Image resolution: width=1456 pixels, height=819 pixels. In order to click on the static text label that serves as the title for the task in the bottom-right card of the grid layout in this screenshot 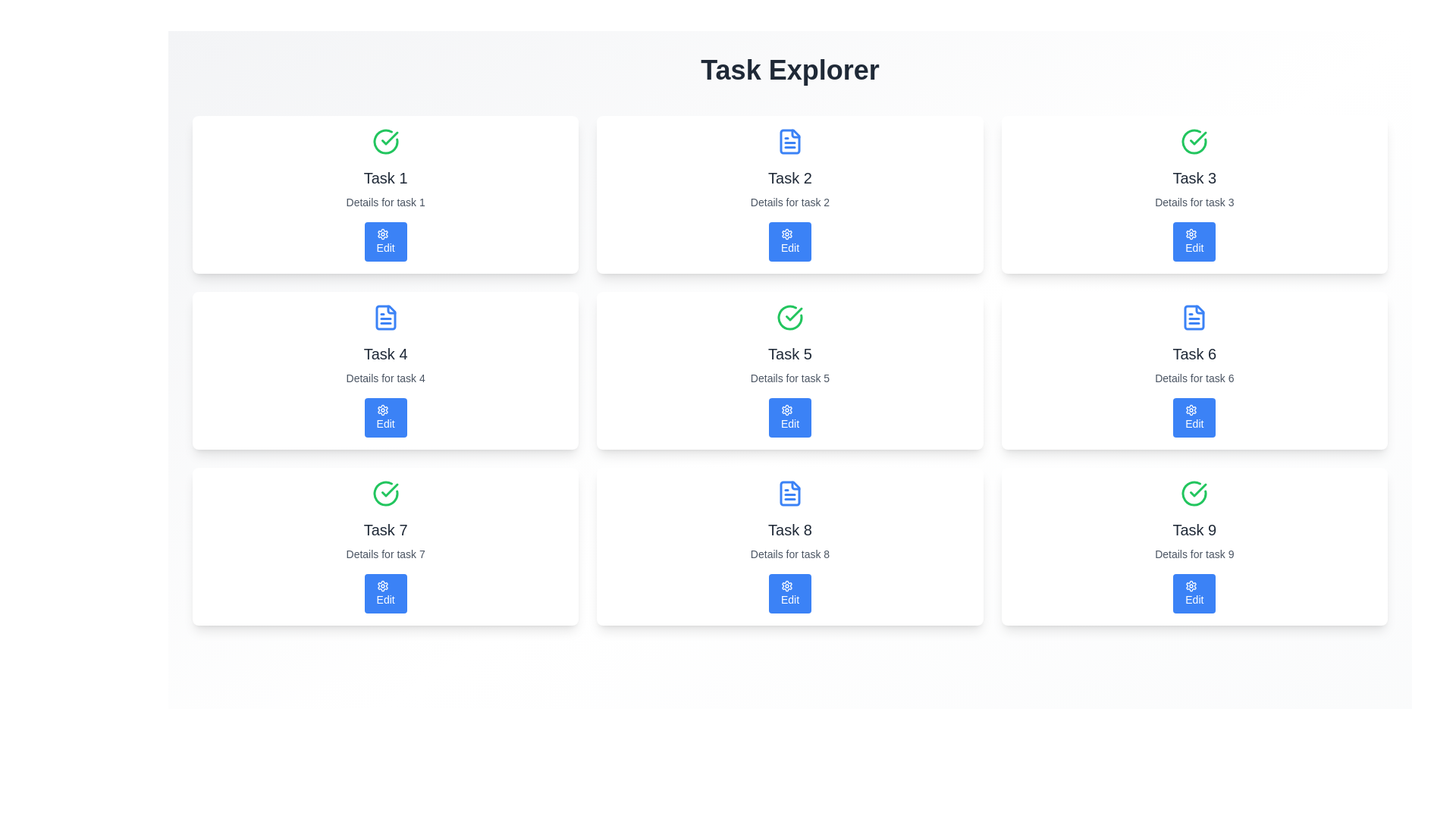, I will do `click(1194, 529)`.